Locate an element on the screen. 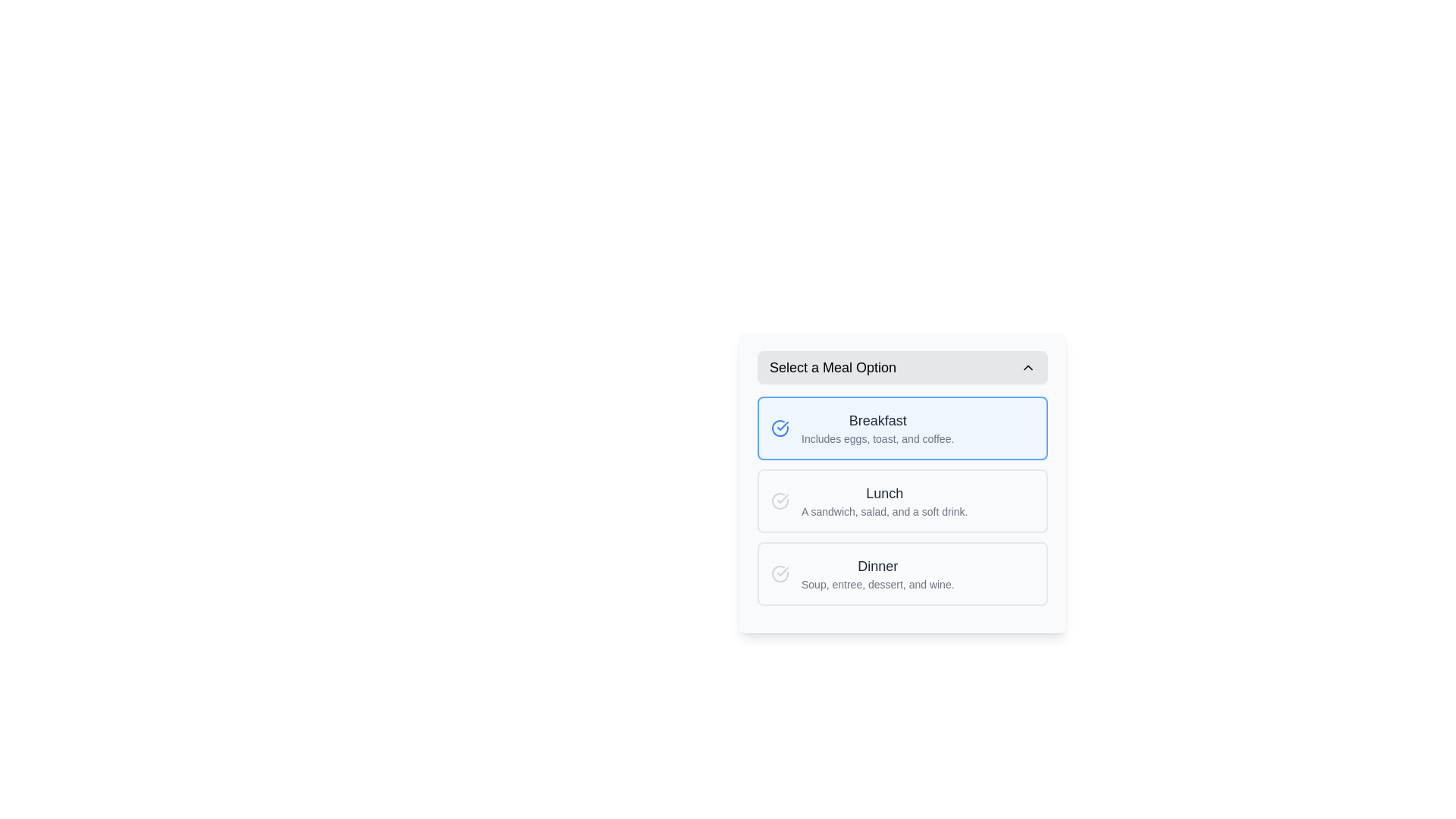 The width and height of the screenshot is (1456, 819). the Information display component that shows 'Breakfast' and its description 'Includes eggs, toast, and coffee.' located in the second position of the meal options list is located at coordinates (877, 428).